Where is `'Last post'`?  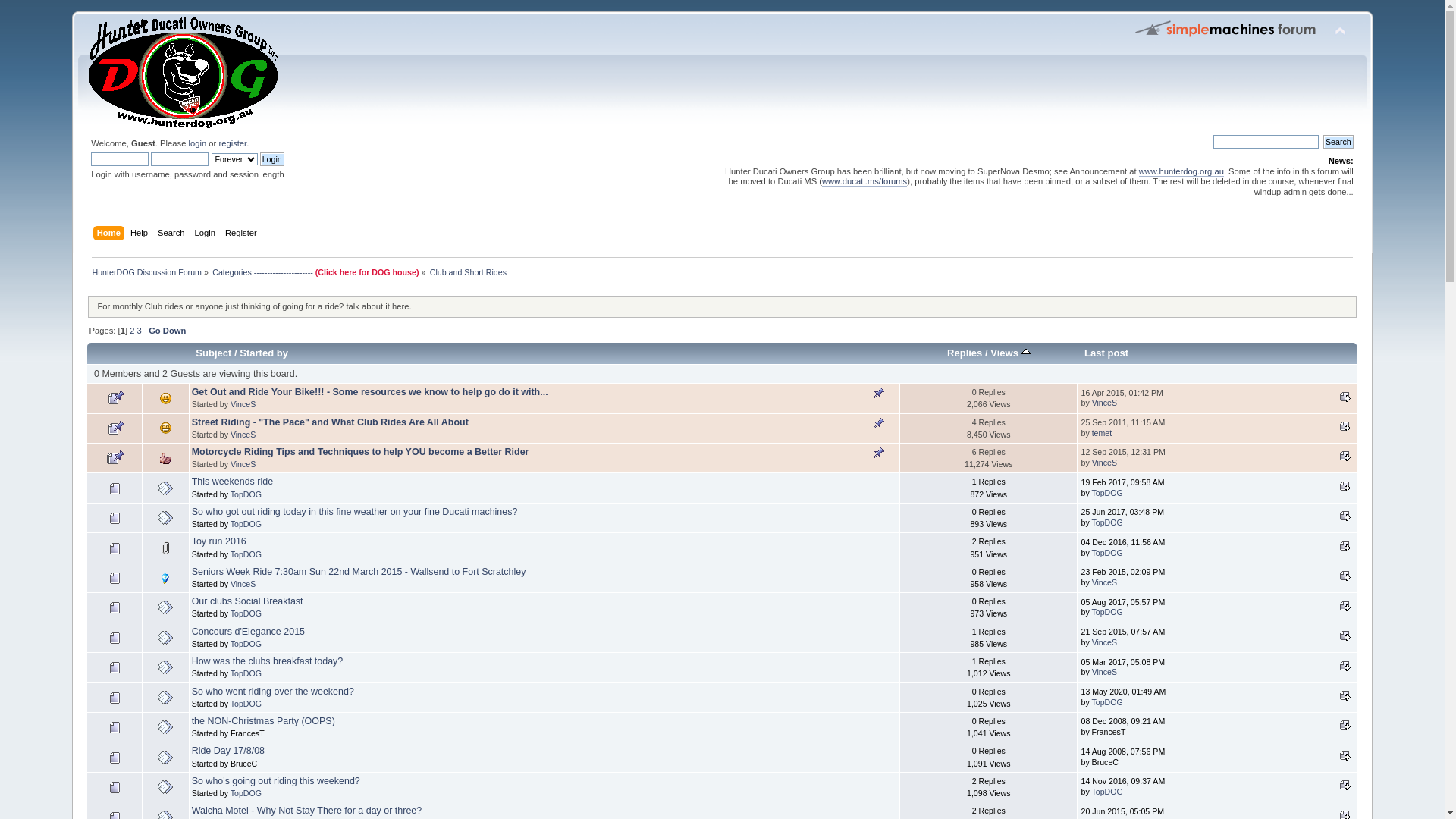 'Last post' is located at coordinates (1345, 755).